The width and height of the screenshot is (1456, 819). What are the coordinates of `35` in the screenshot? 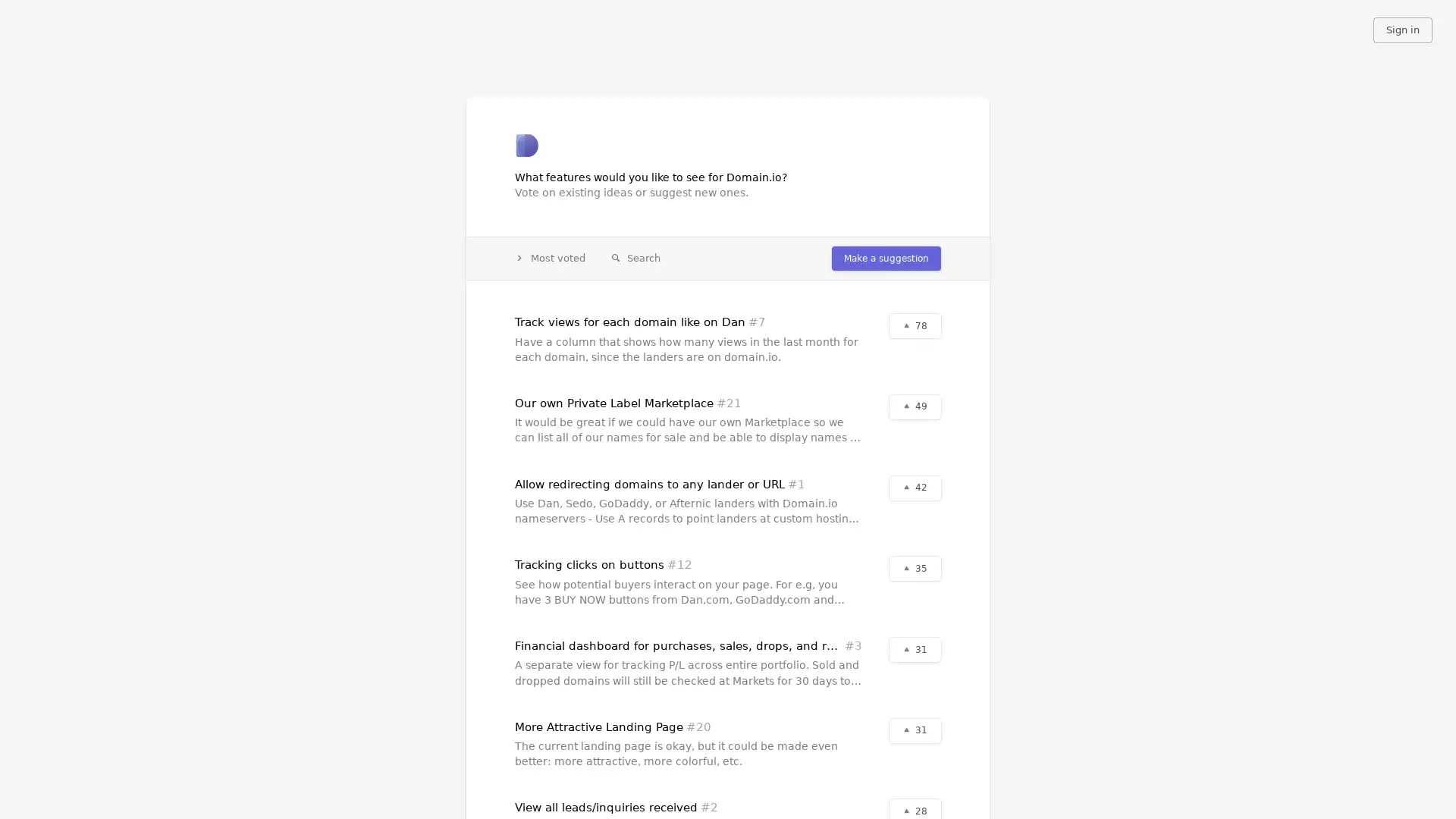 It's located at (914, 568).